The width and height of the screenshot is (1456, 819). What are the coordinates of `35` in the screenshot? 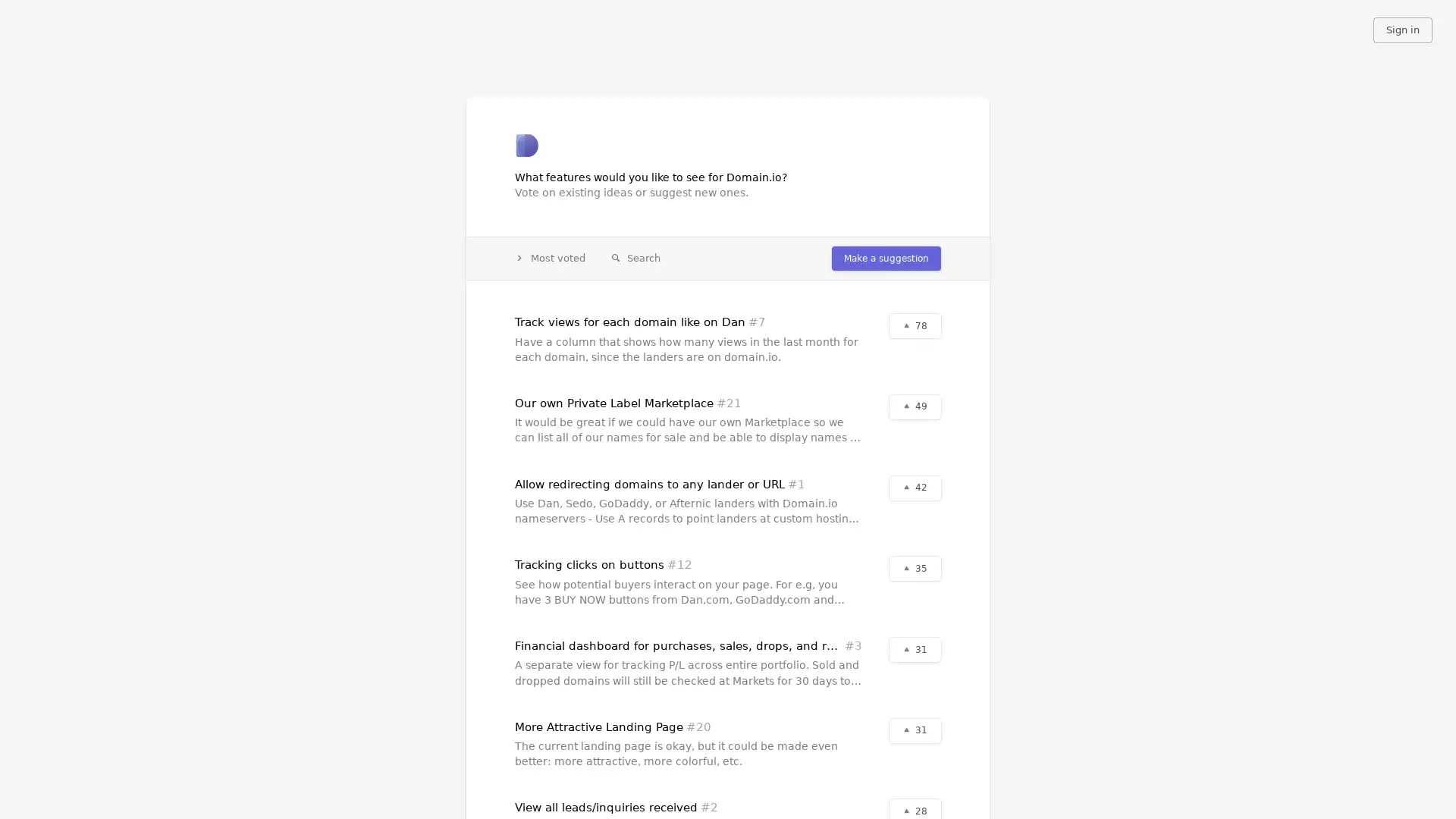 It's located at (914, 568).